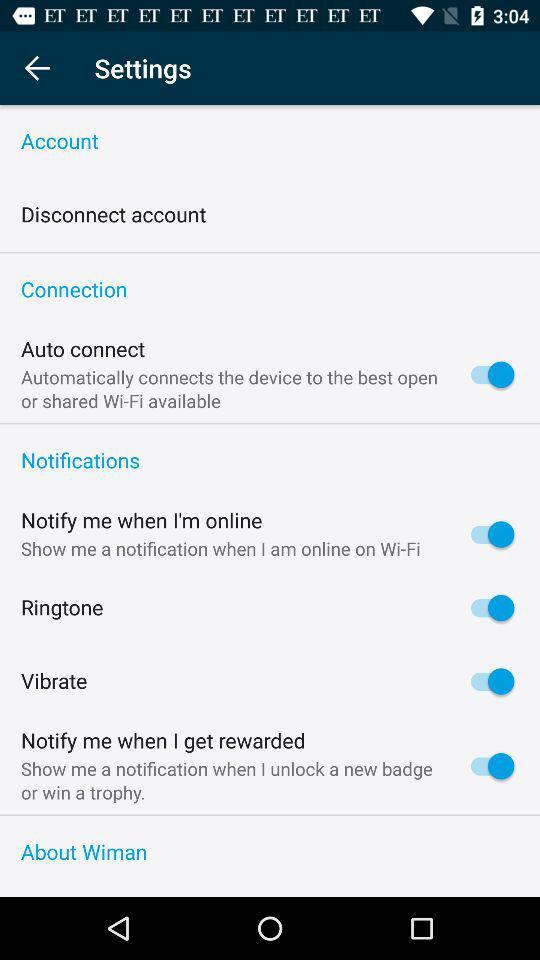  What do you see at coordinates (270, 815) in the screenshot?
I see `the icon above the about wiman item` at bounding box center [270, 815].